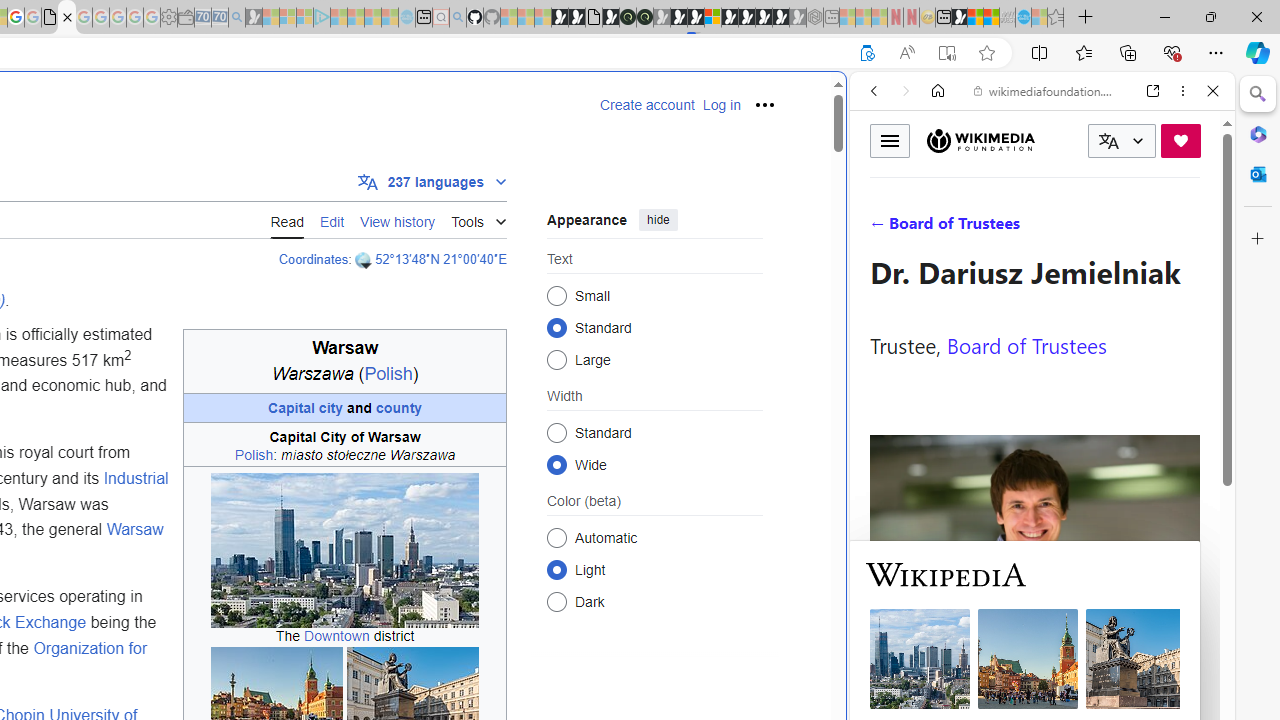  Describe the element at coordinates (337, 636) in the screenshot. I see `'Downtown'` at that location.